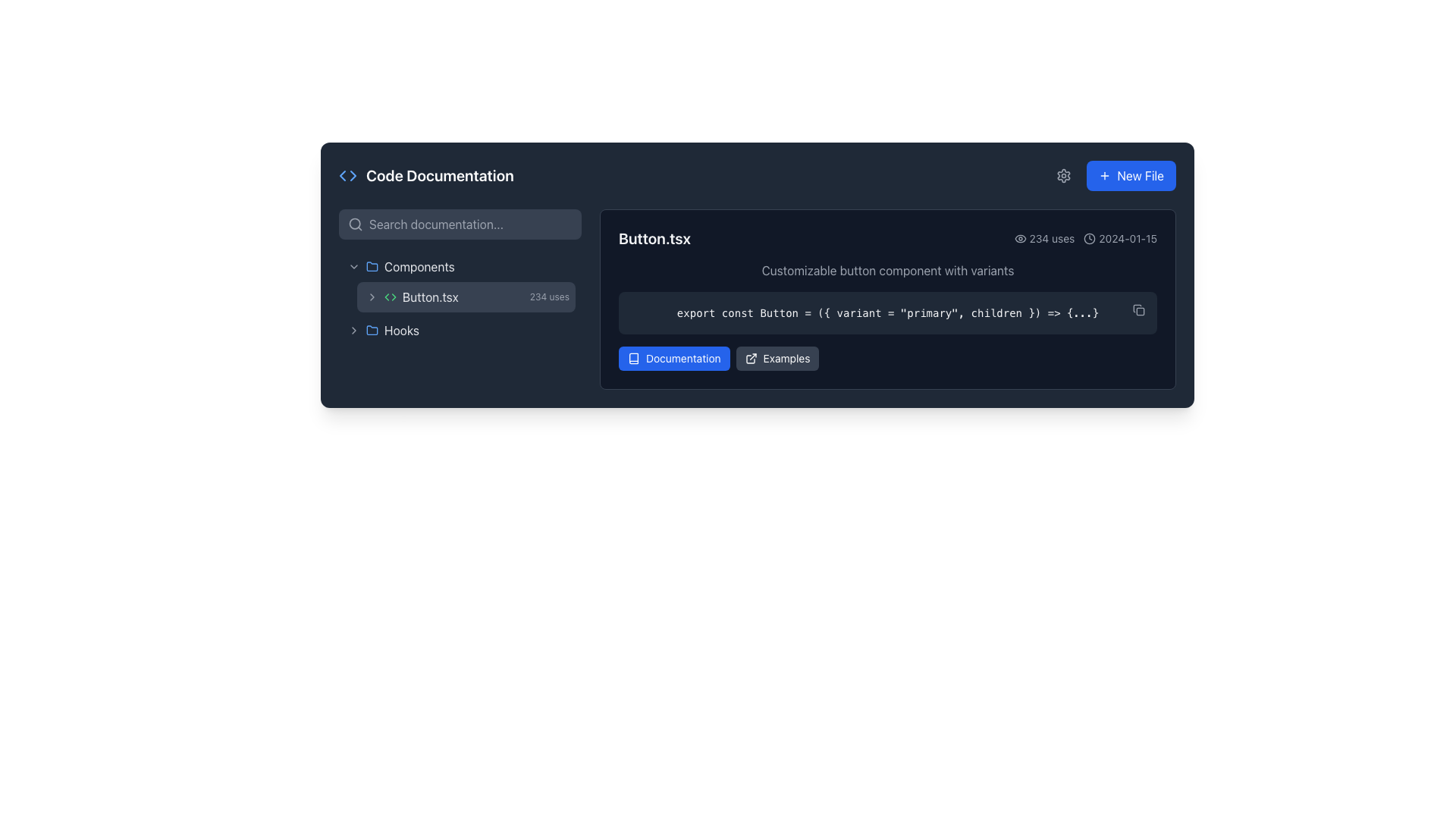 The width and height of the screenshot is (1456, 819). I want to click on the settings gear icon located in the top-right corner of the dark-themed user interface panel, so click(1063, 174).